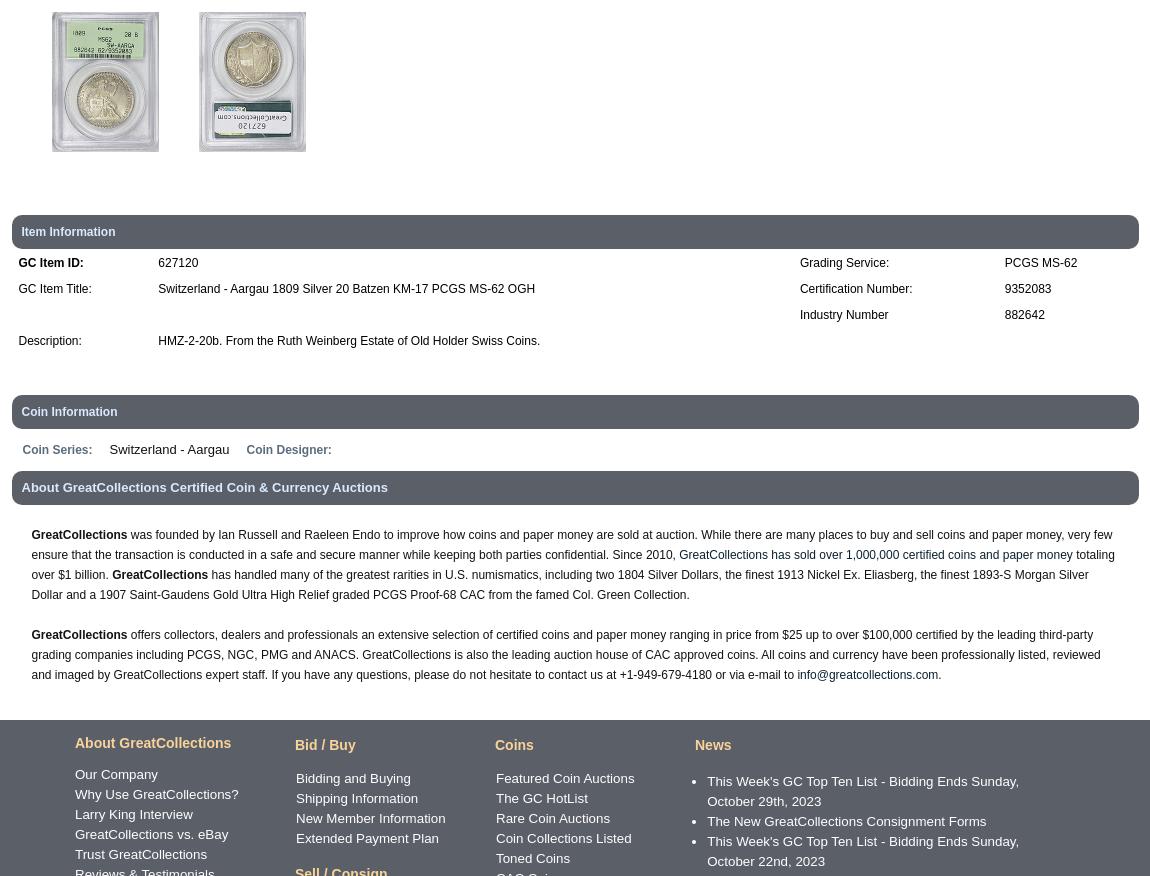 The image size is (1150, 876). I want to click on 'Coin Designer:', so click(288, 449).